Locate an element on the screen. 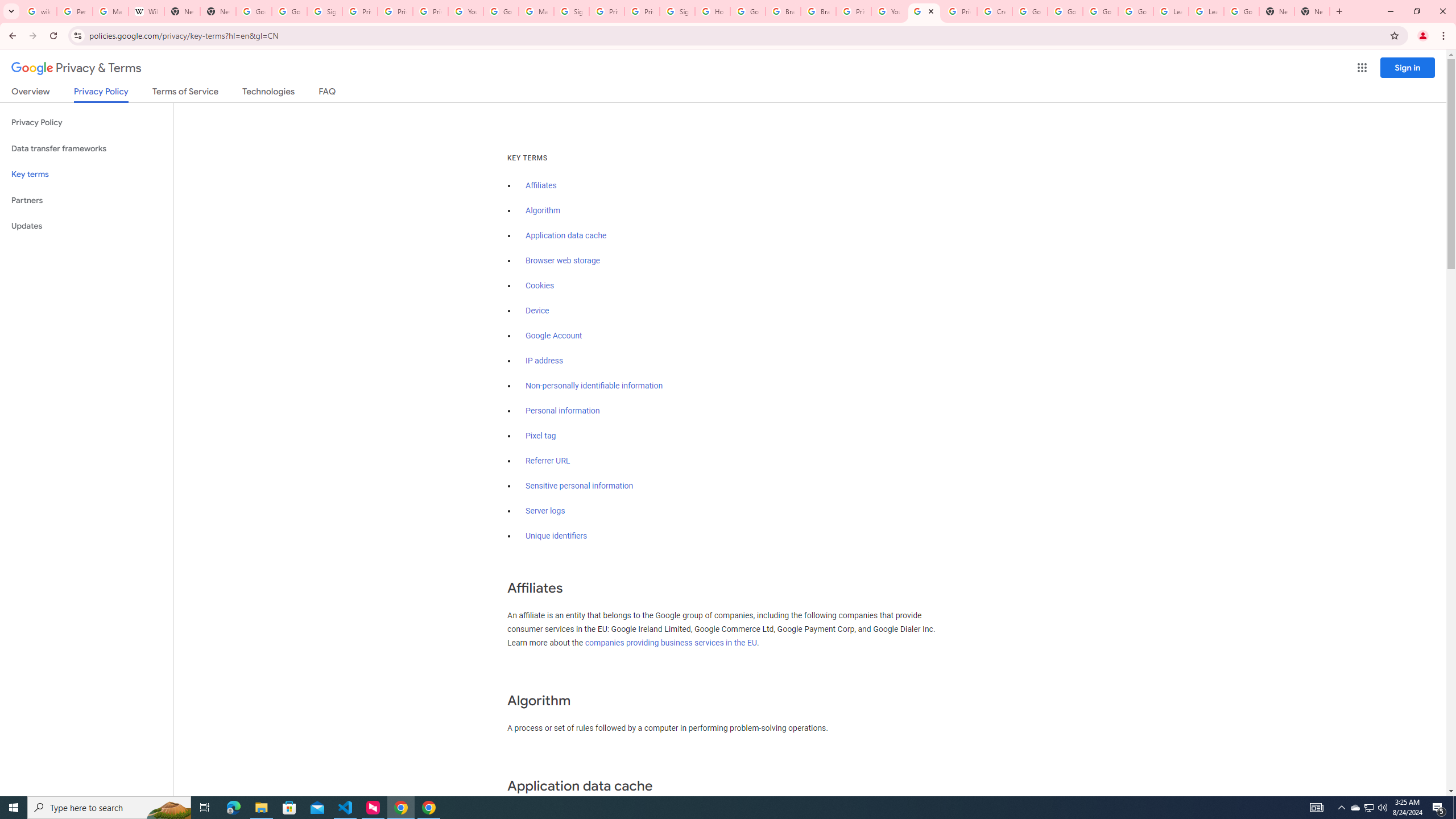  'Non-personally identifiable information' is located at coordinates (593, 385).